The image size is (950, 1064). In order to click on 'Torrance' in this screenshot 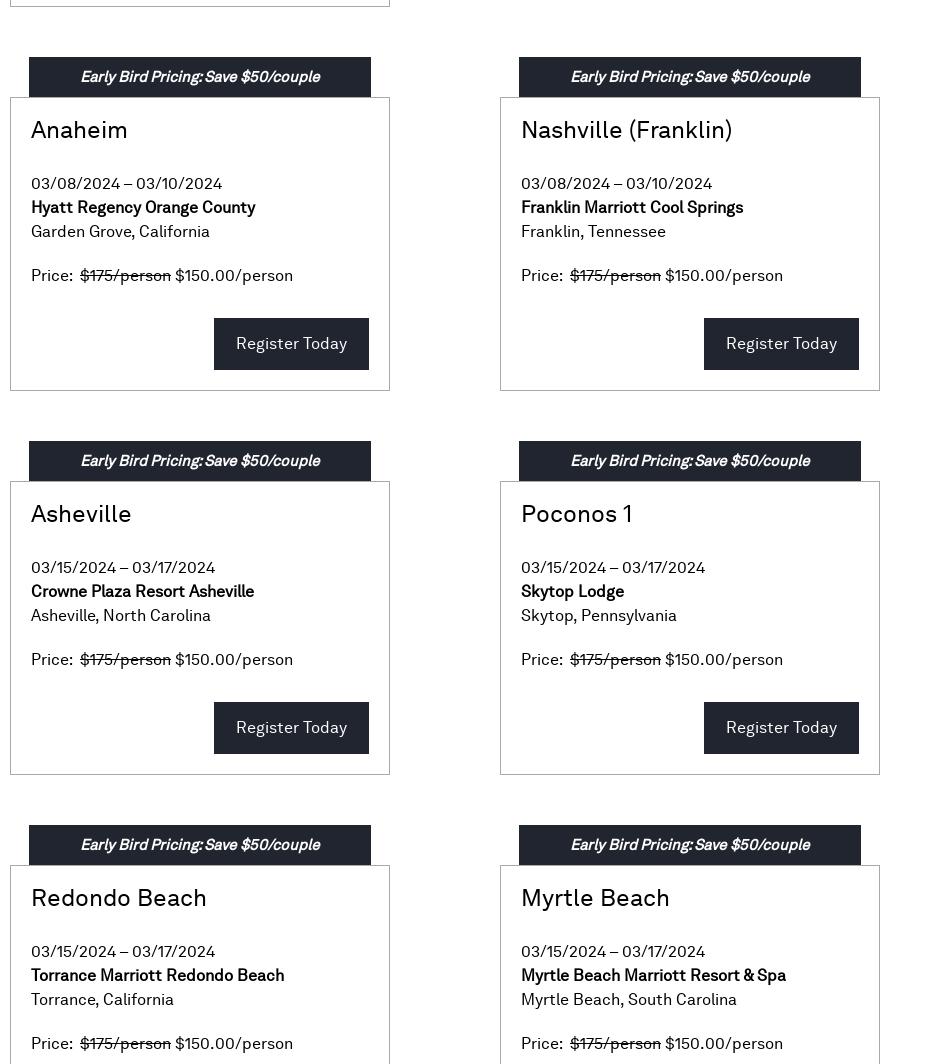, I will do `click(62, 999)`.